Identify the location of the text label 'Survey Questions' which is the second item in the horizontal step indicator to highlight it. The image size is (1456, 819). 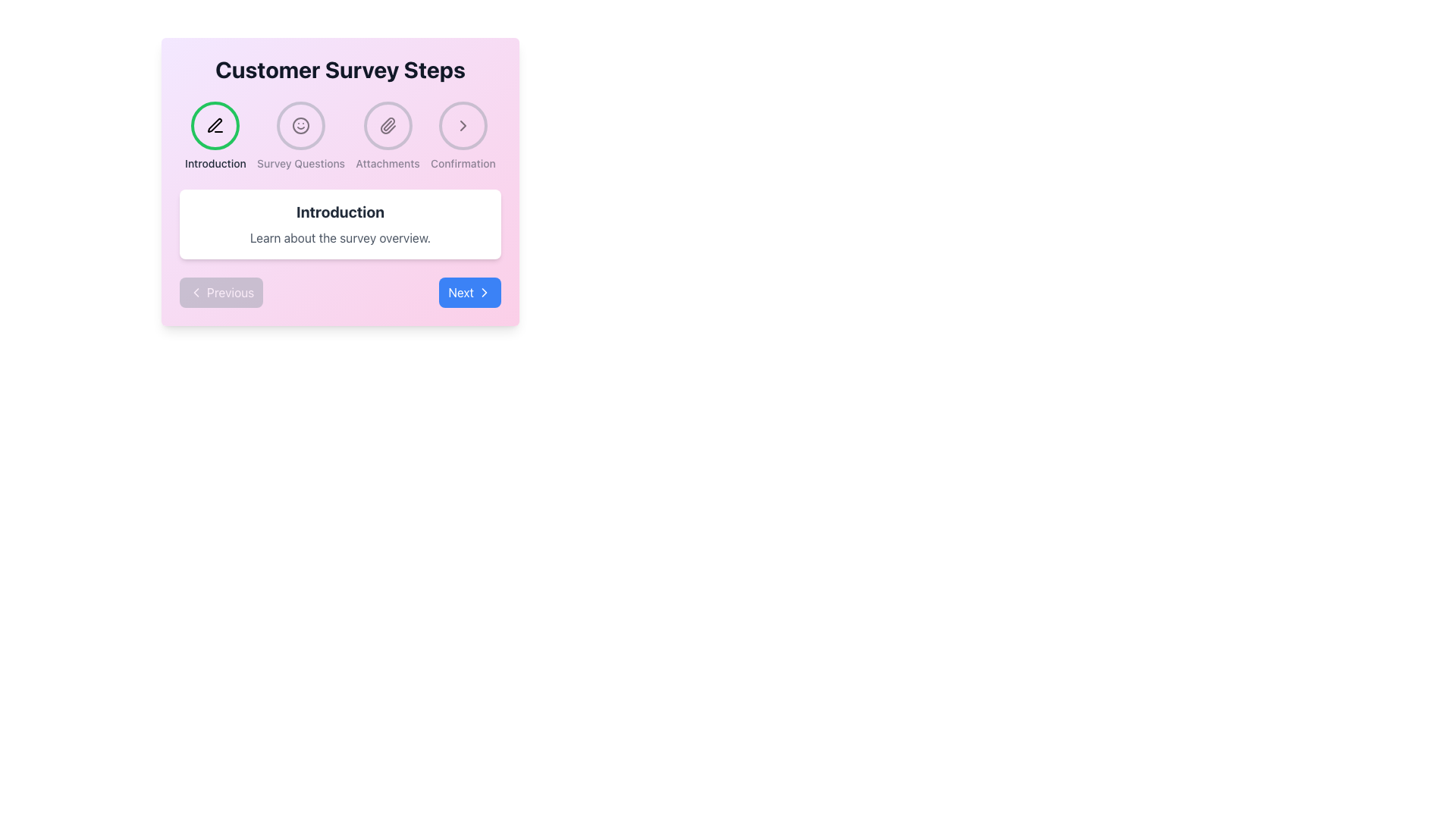
(301, 164).